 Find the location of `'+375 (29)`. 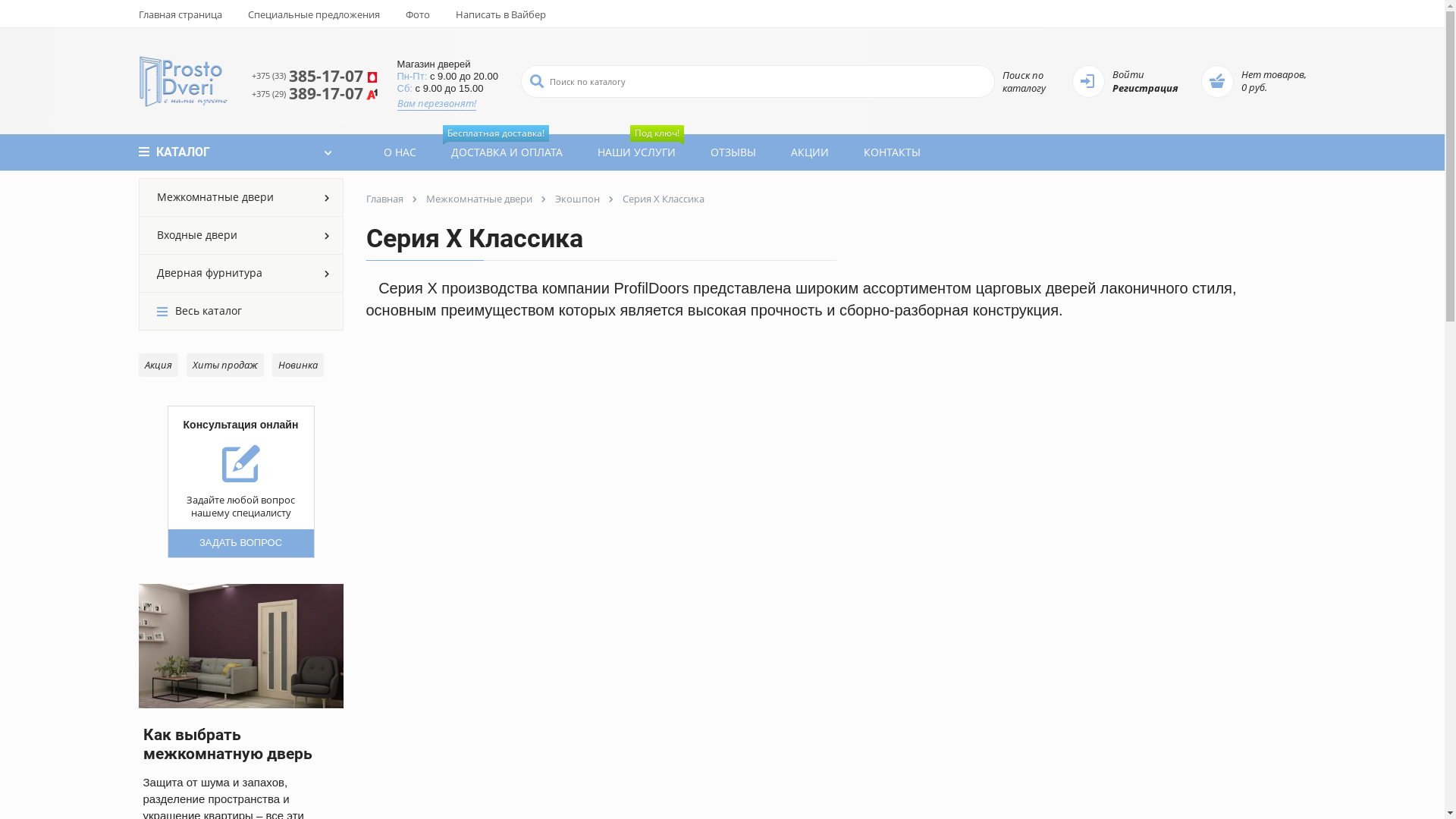

'+375 (29) is located at coordinates (314, 93).